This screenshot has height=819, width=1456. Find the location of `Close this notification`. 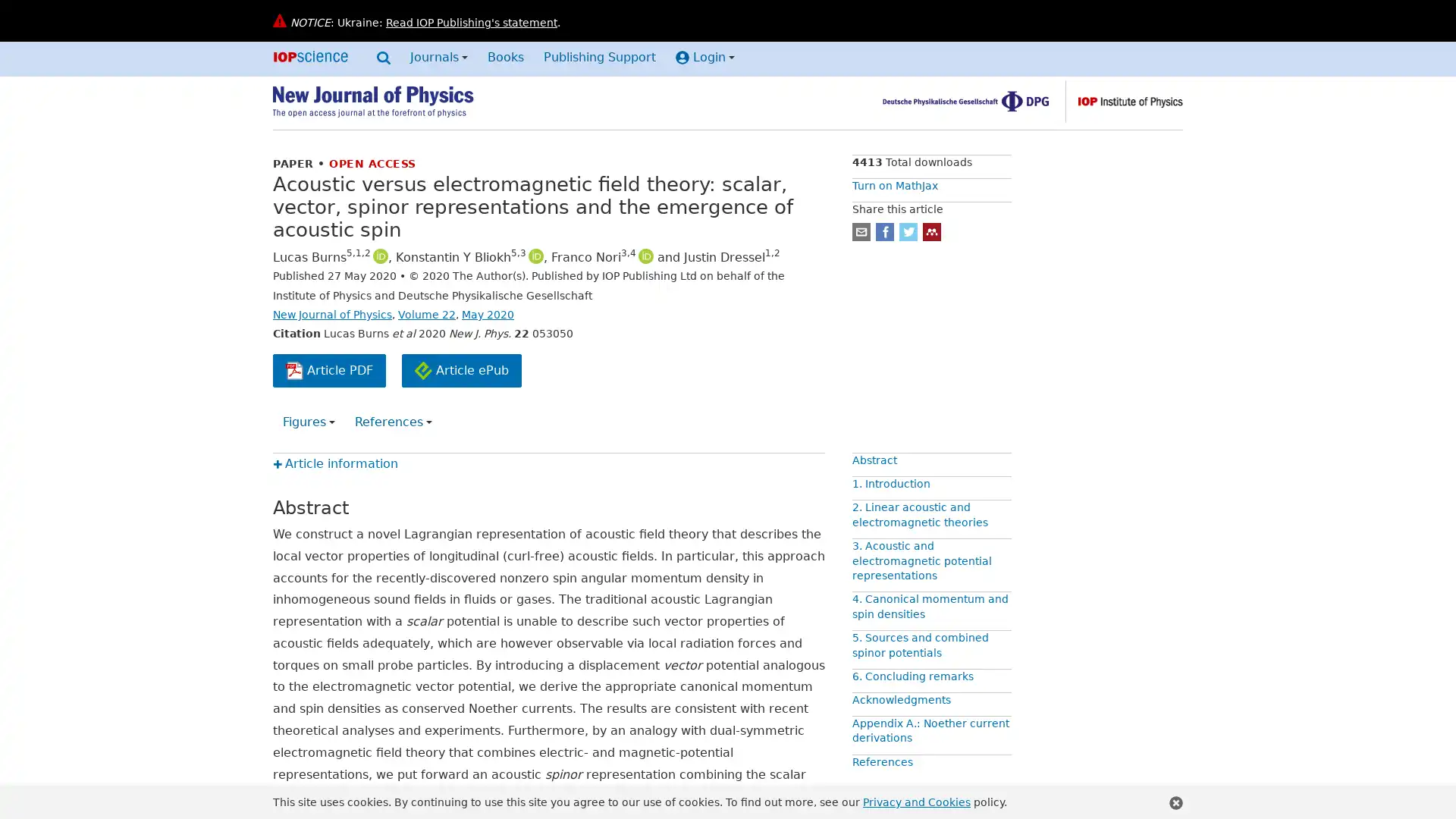

Close this notification is located at coordinates (1175, 802).